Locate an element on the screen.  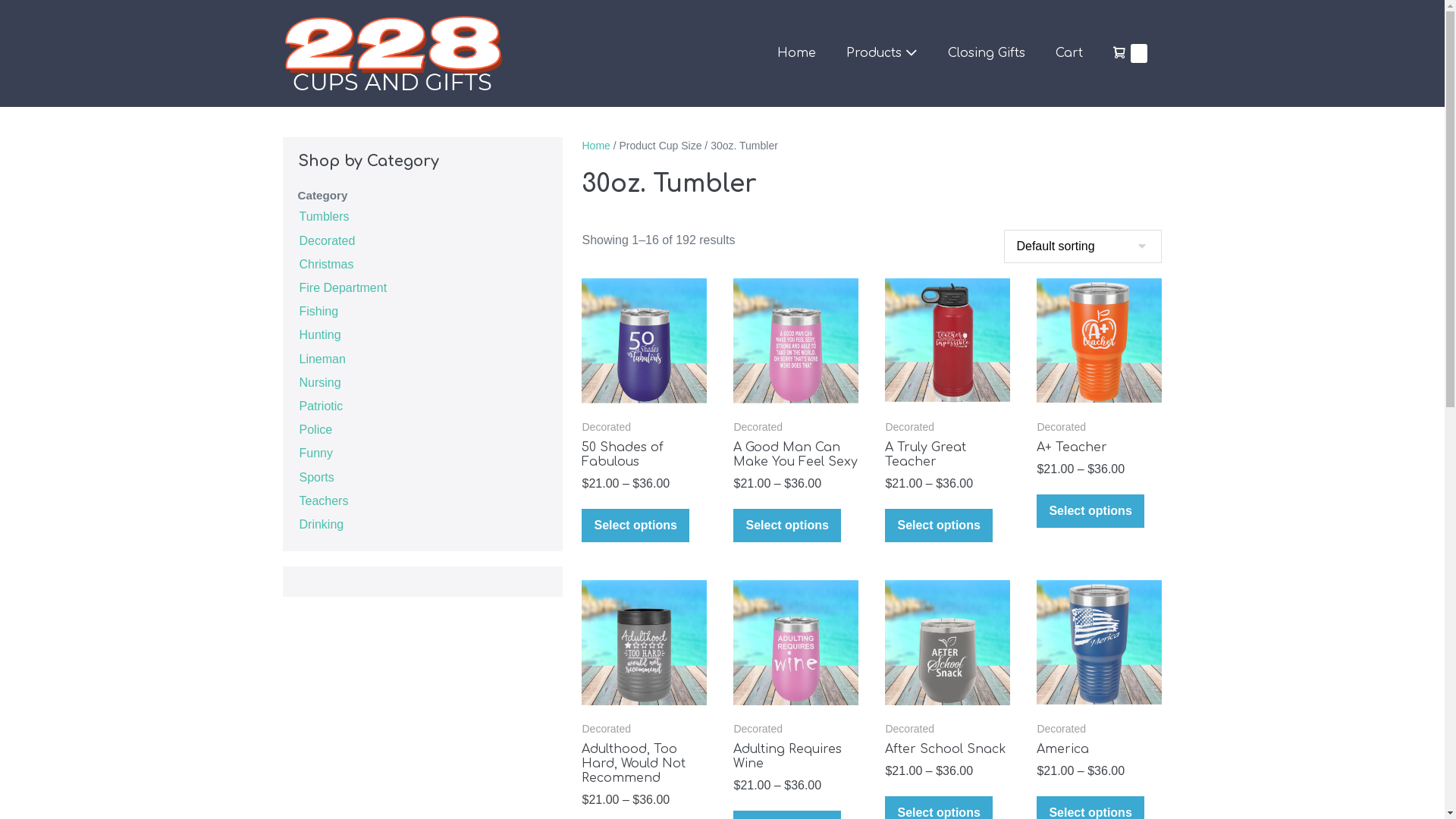
'Patriotic' is located at coordinates (319, 404).